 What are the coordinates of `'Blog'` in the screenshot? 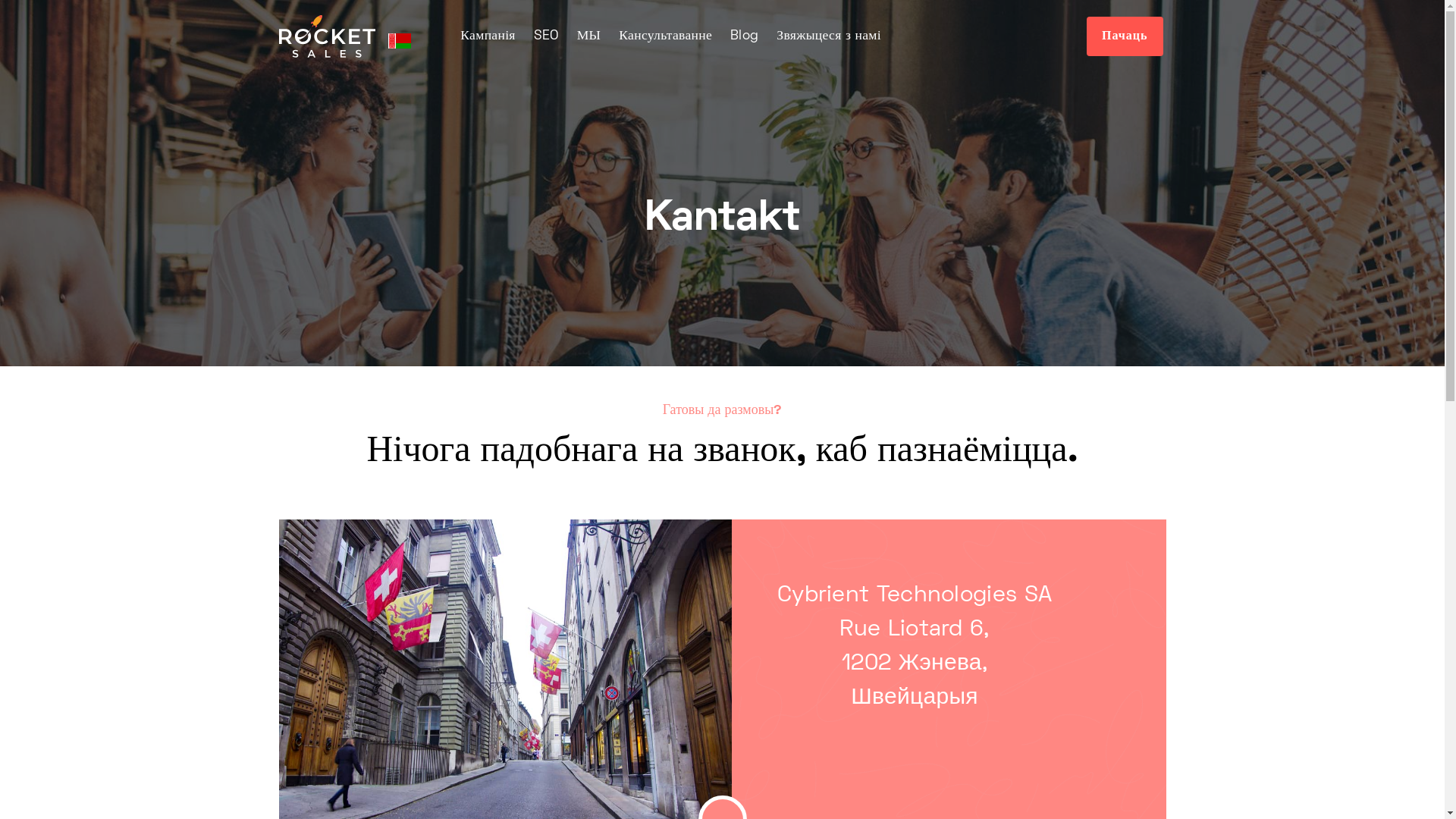 It's located at (744, 35).